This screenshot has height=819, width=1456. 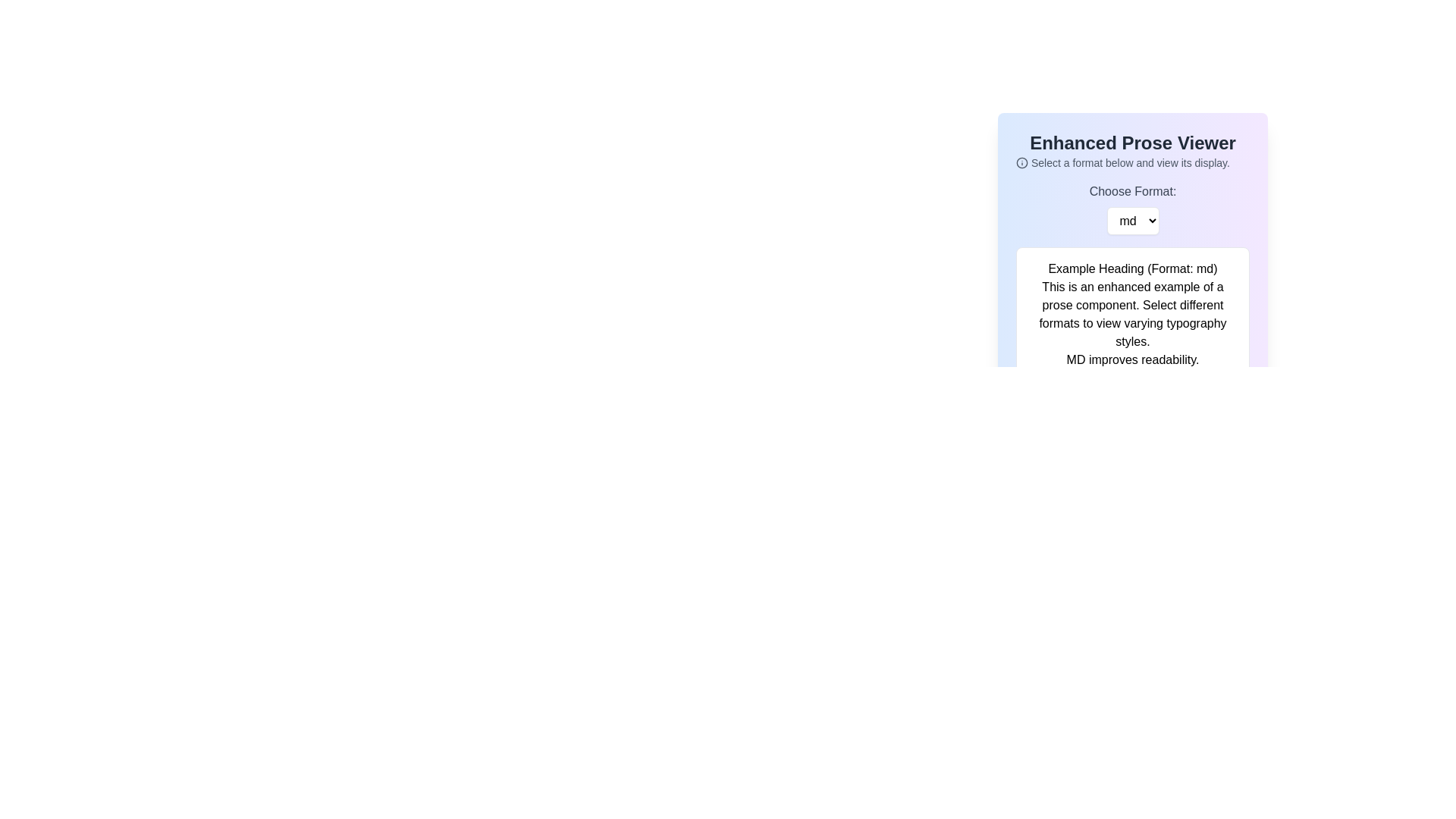 What do you see at coordinates (1132, 143) in the screenshot?
I see `the Text Label that serves as the title or heading for the current interface, positioned centrally at the top of the vertical group of elements` at bounding box center [1132, 143].